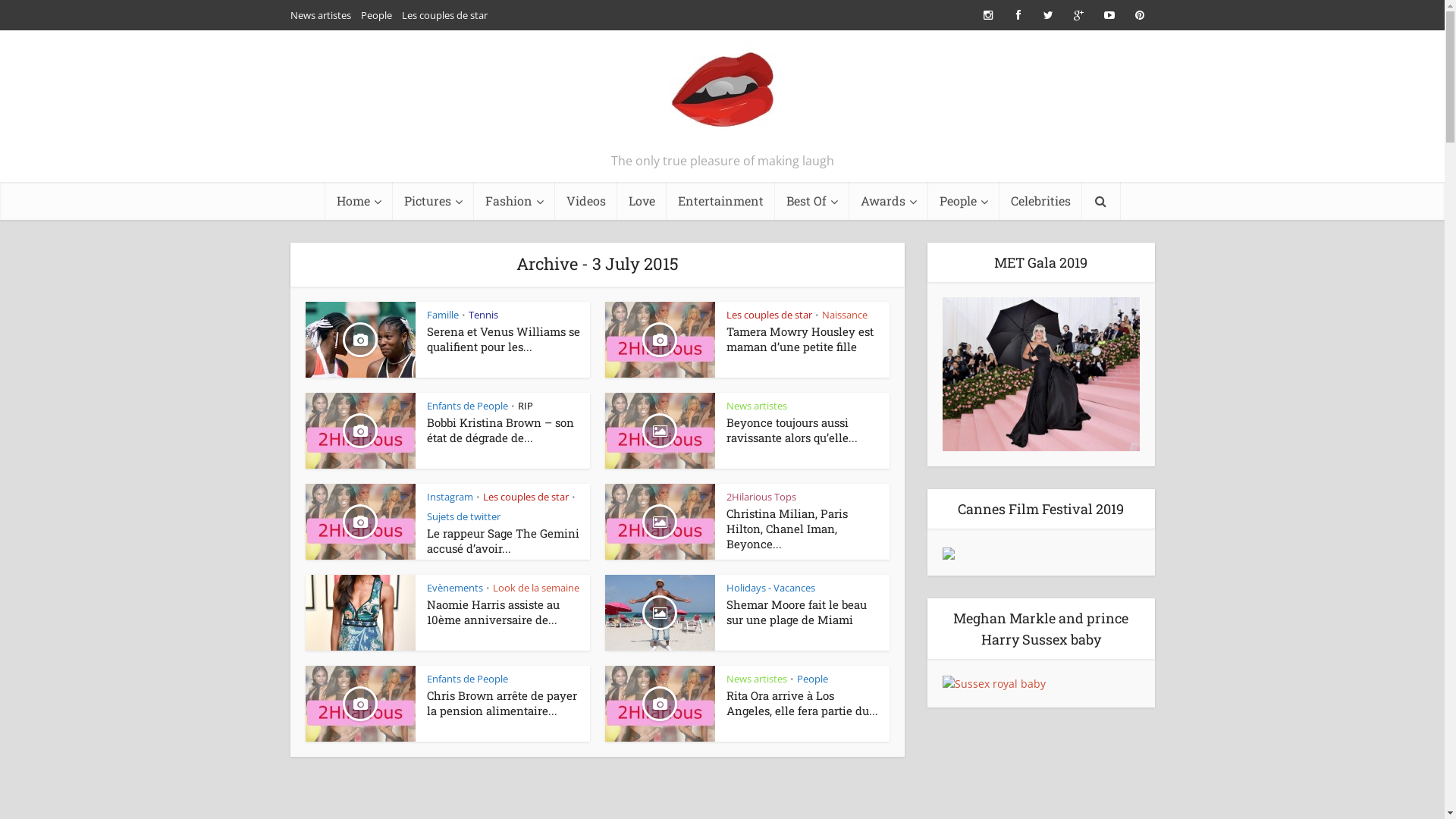 Image resolution: width=1456 pixels, height=819 pixels. I want to click on 'Tennis', so click(482, 314).